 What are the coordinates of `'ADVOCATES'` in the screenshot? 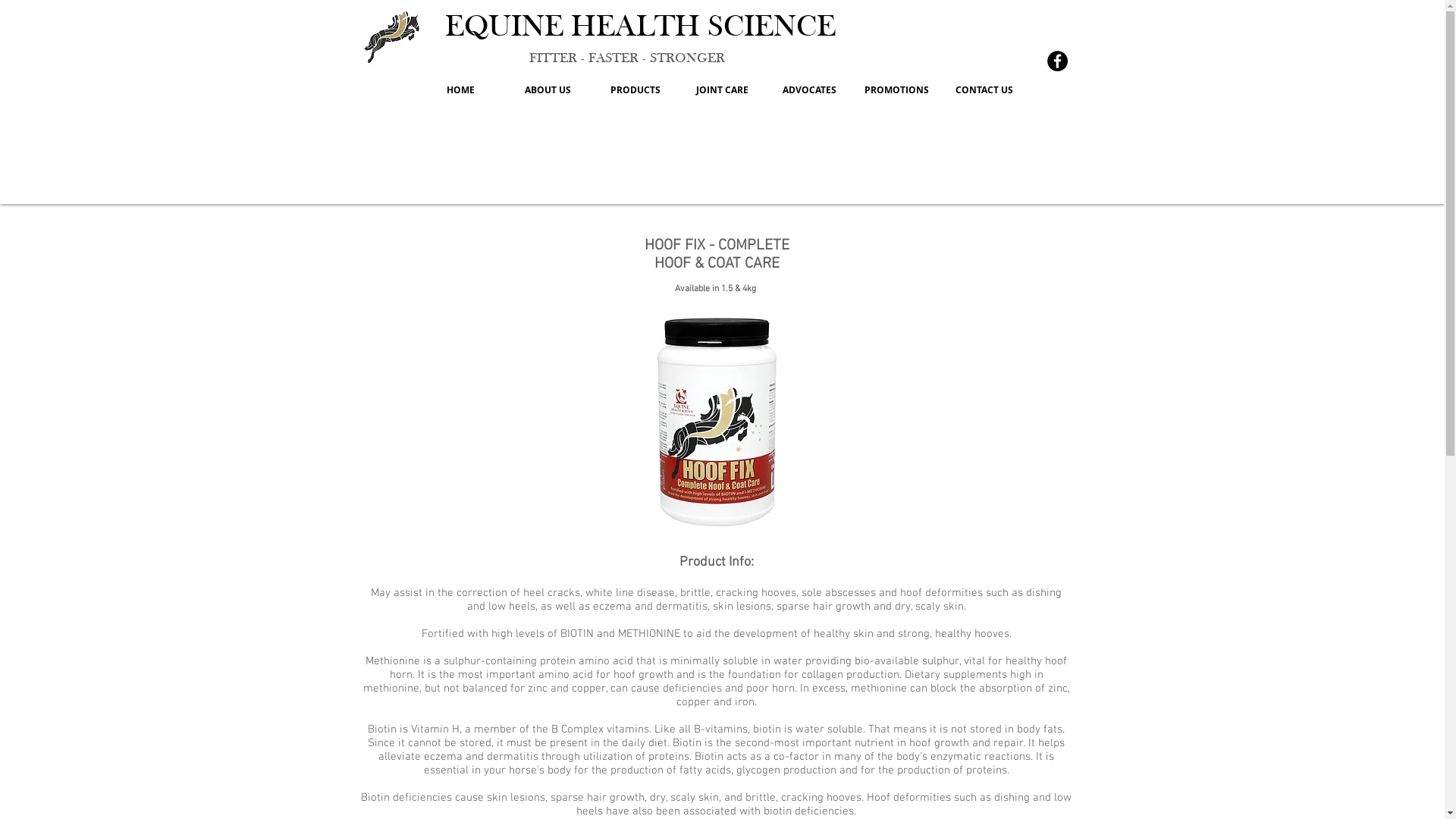 It's located at (808, 90).